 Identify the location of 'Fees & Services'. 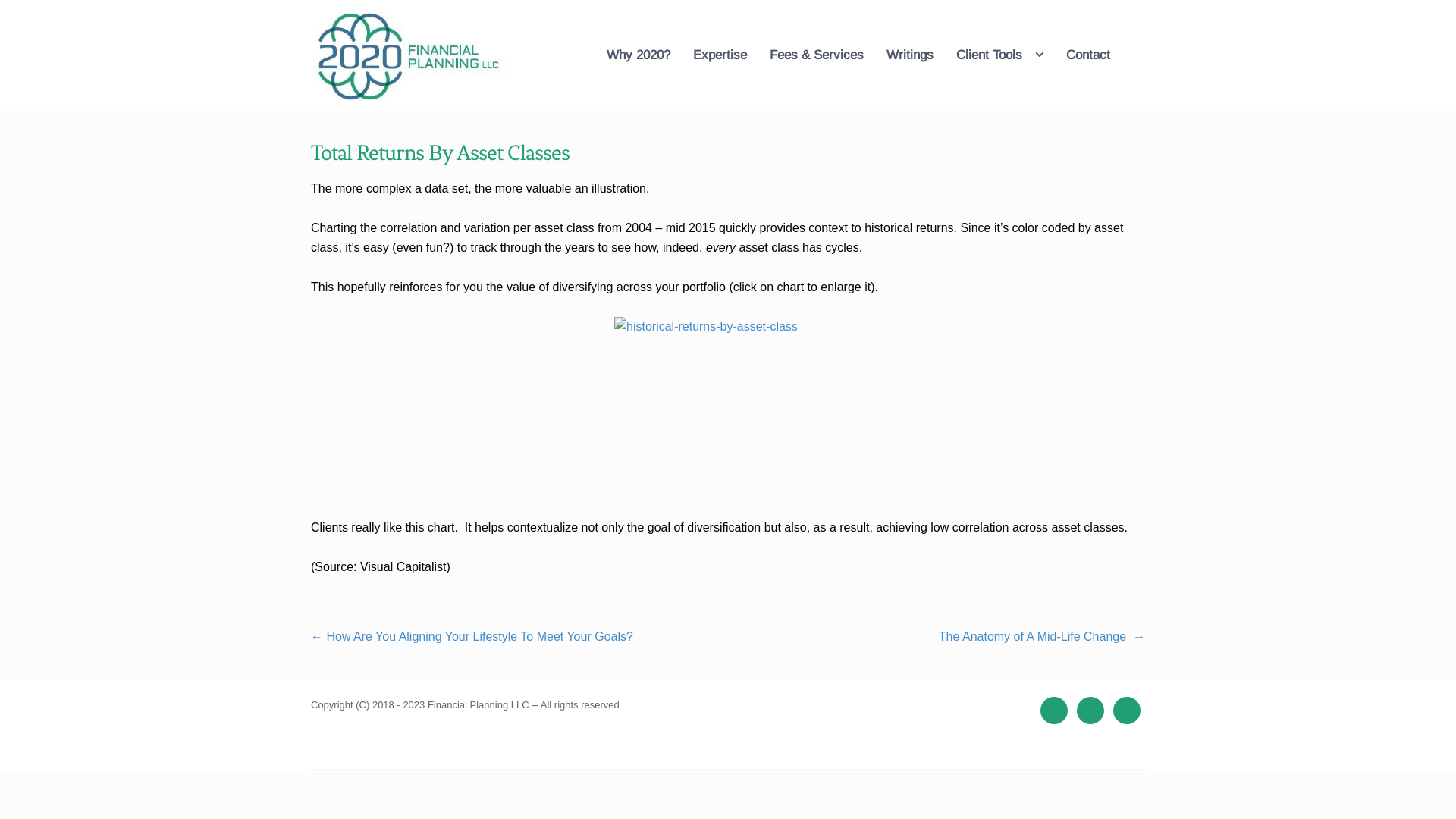
(815, 55).